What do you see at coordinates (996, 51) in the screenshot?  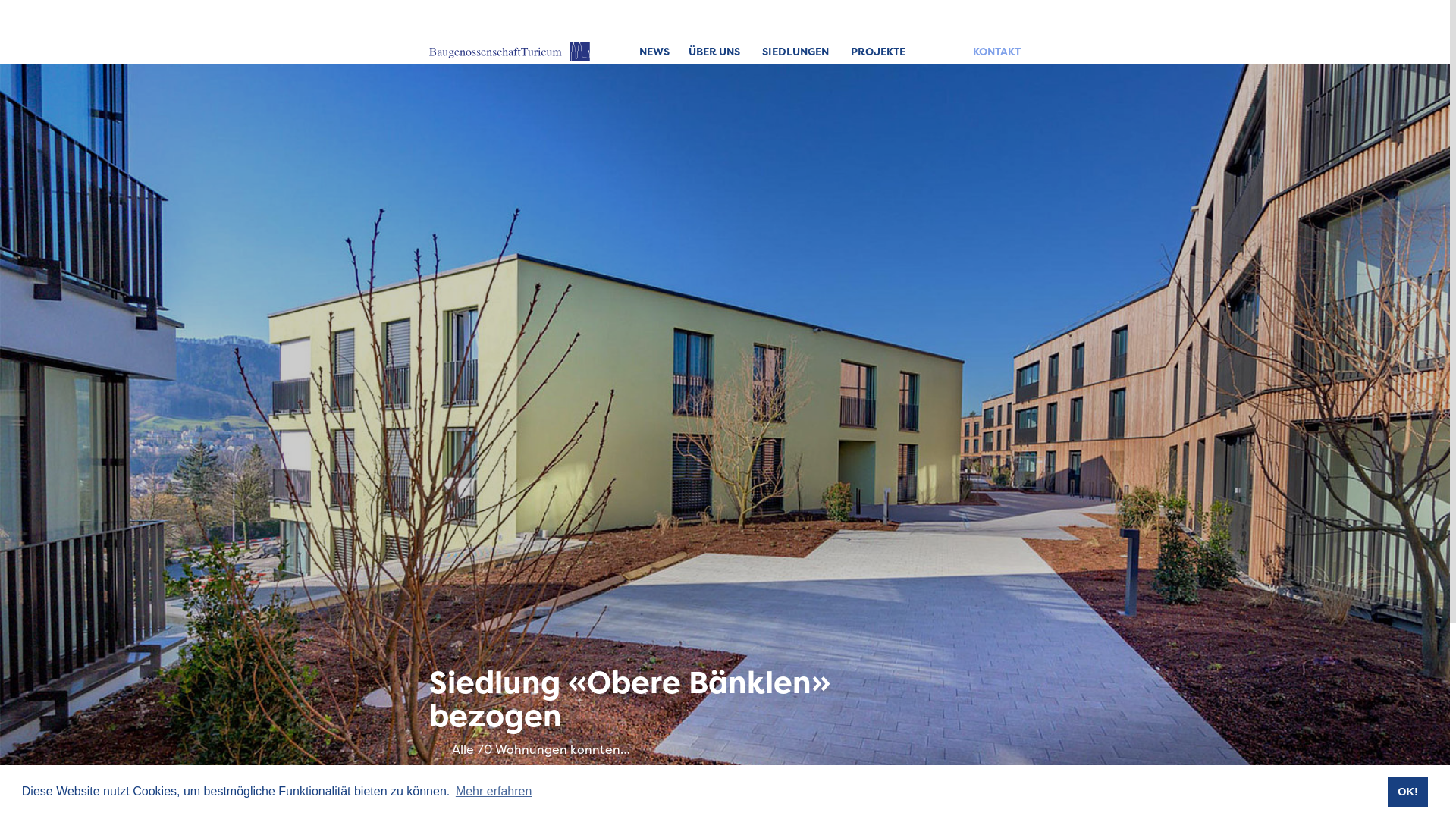 I see `'KONTAKT'` at bounding box center [996, 51].